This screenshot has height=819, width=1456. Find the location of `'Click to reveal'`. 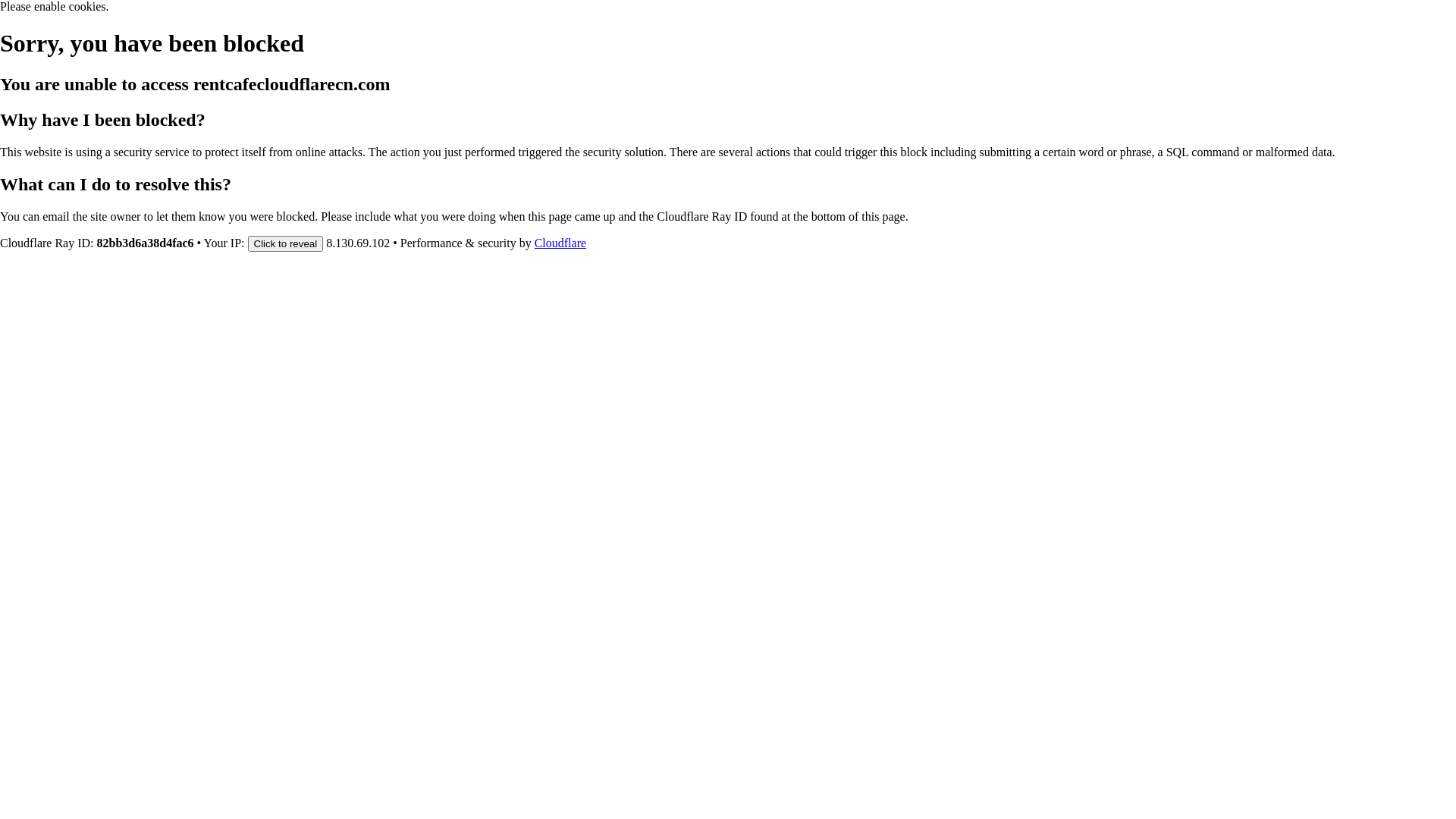

'Click to reveal' is located at coordinates (247, 242).